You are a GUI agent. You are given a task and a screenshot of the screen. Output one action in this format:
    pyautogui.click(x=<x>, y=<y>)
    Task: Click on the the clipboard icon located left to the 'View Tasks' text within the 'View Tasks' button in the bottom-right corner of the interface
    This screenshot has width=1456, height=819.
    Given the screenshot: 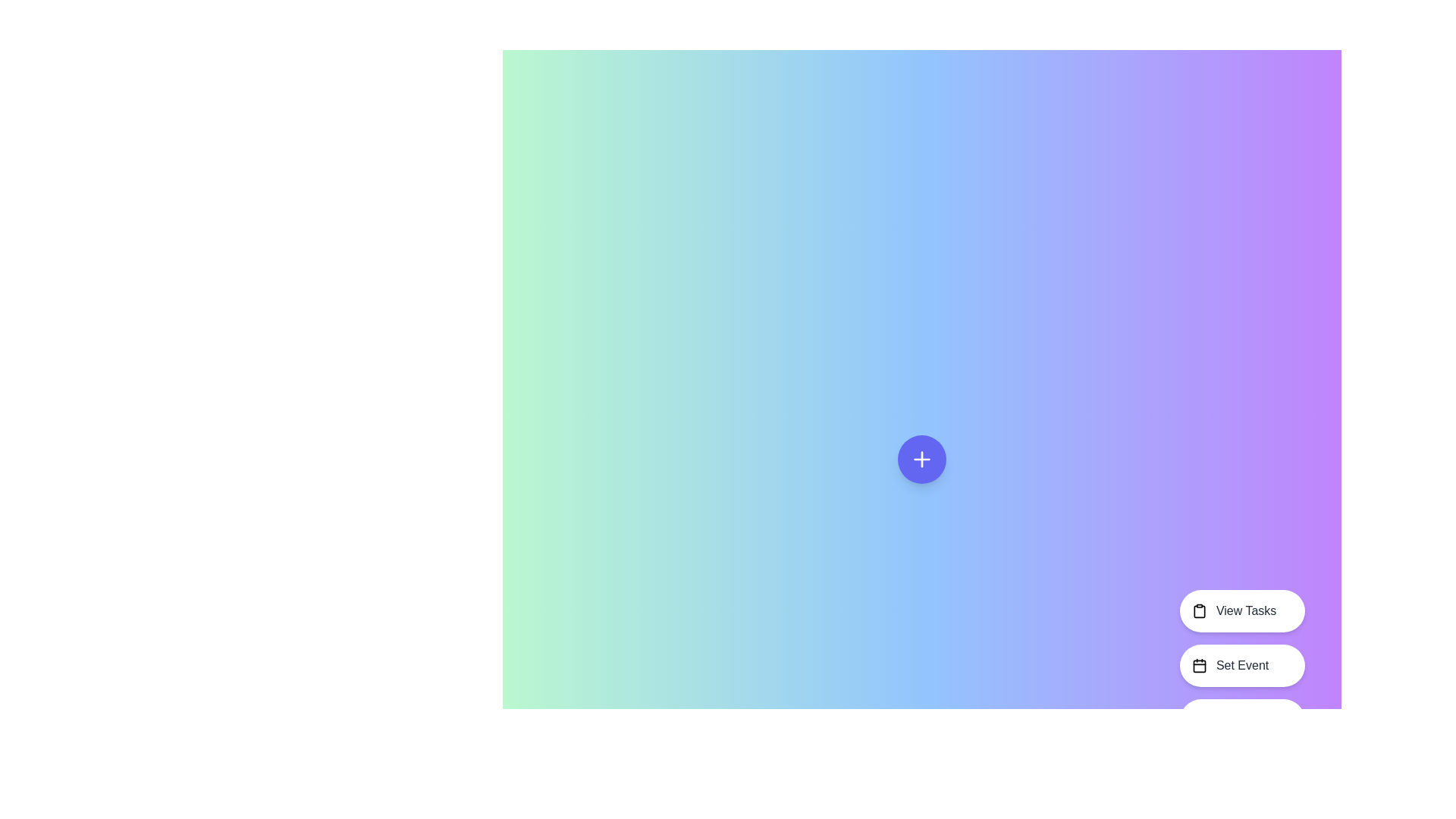 What is the action you would take?
    pyautogui.click(x=1198, y=610)
    